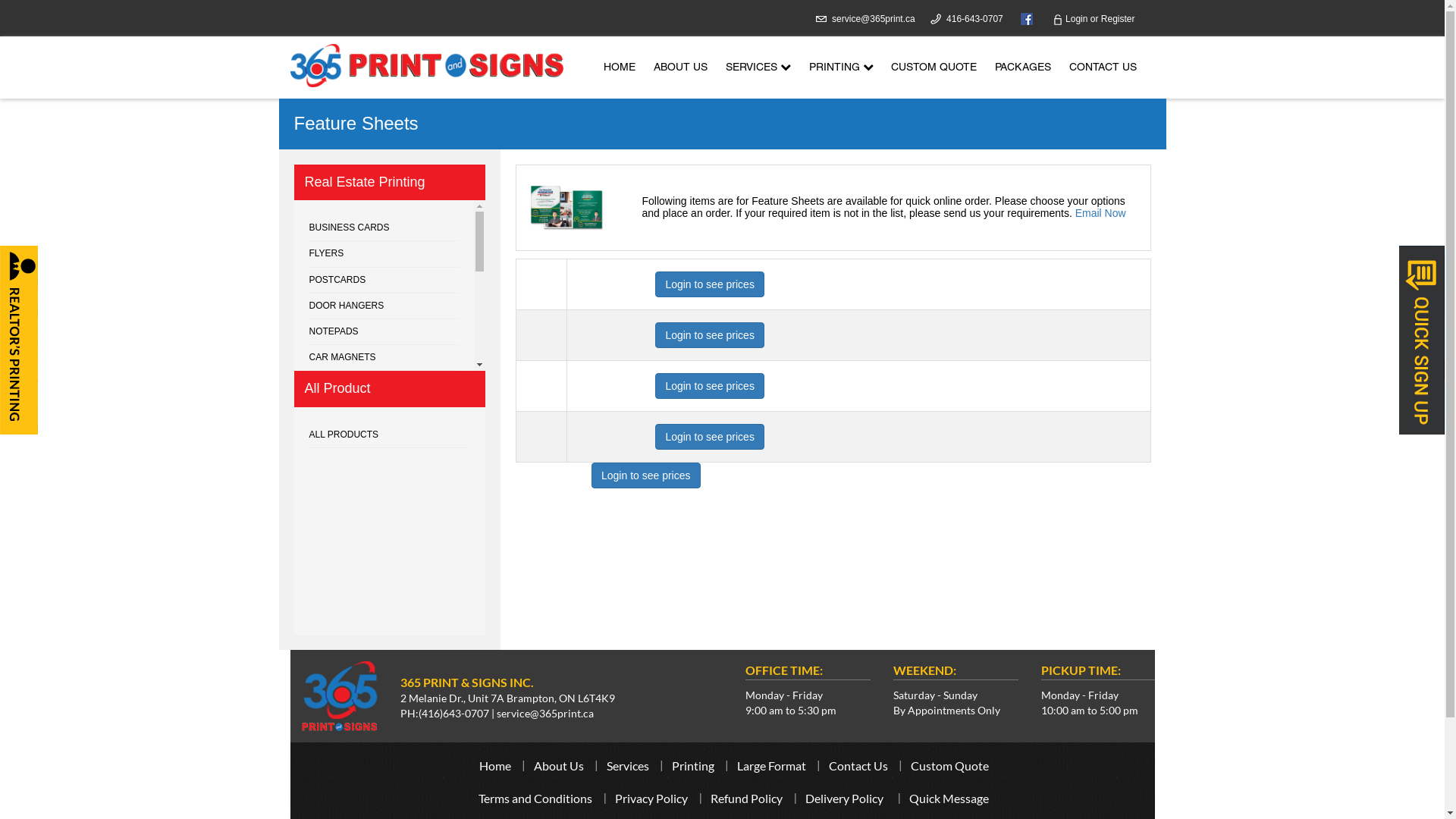  Describe the element at coordinates (384, 253) in the screenshot. I see `'FLYERS'` at that location.